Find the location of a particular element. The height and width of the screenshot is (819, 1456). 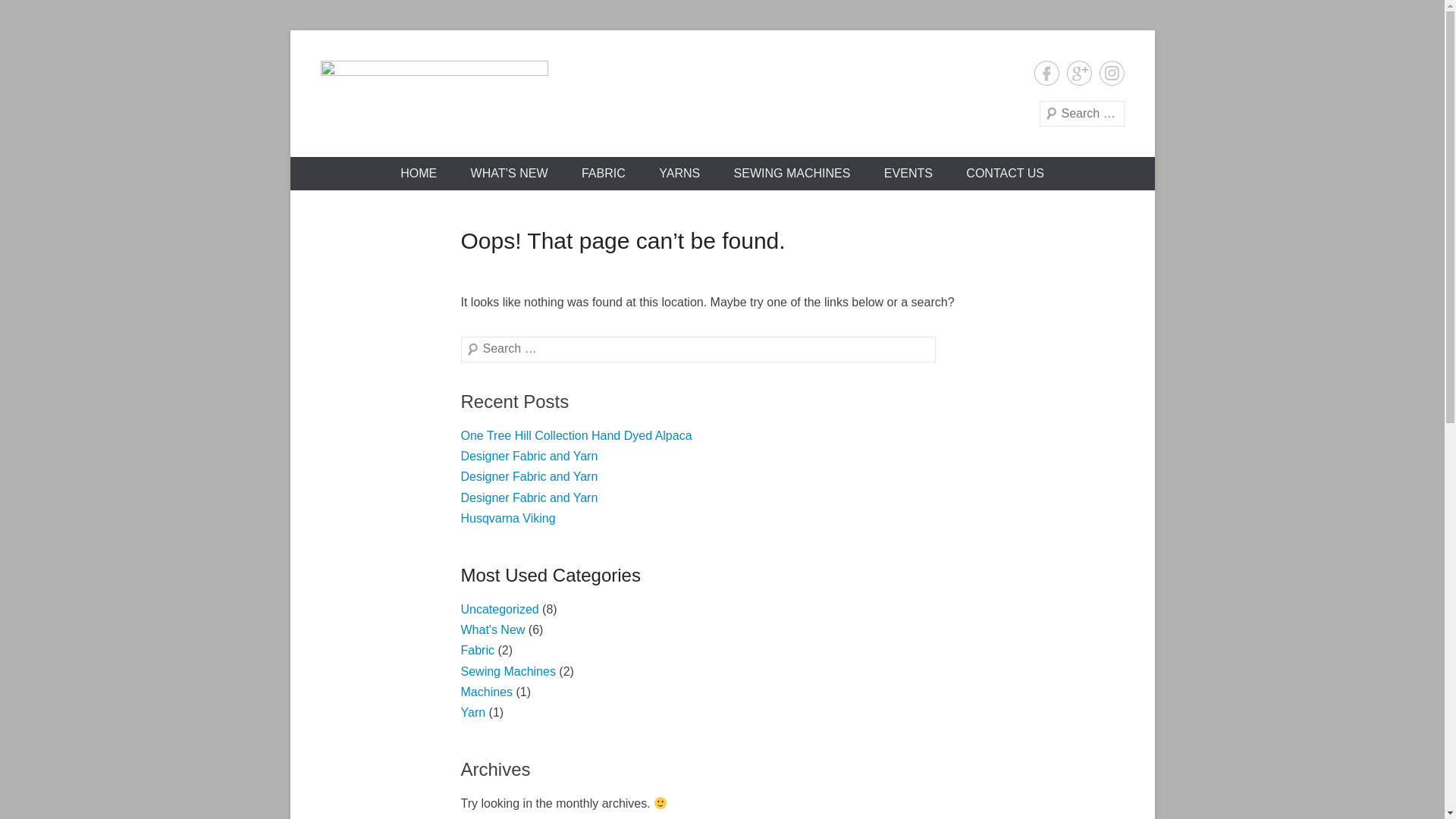

'Facebook' is located at coordinates (1046, 73).